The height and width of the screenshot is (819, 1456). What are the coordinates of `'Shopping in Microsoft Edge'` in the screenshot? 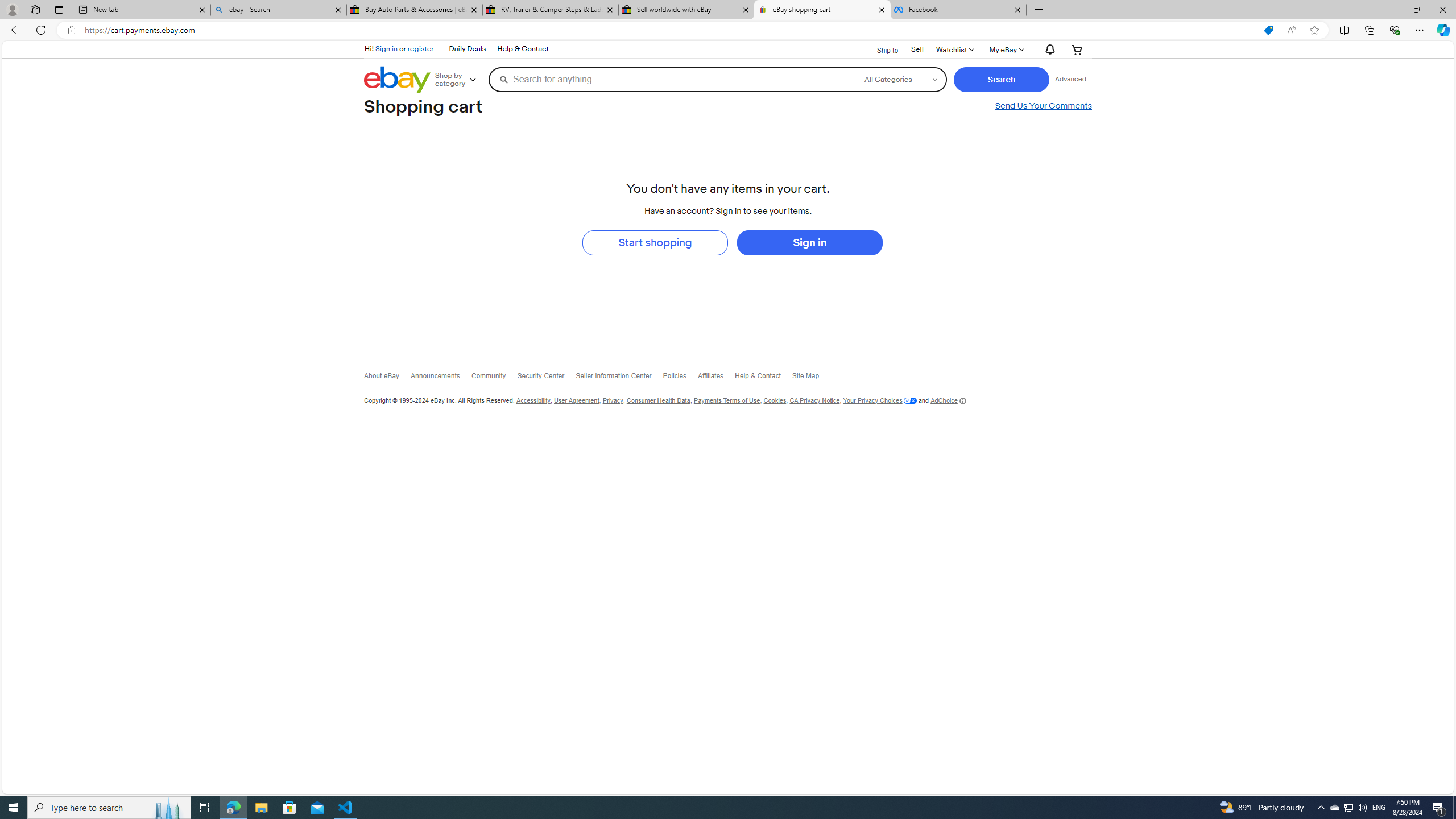 It's located at (1268, 30).